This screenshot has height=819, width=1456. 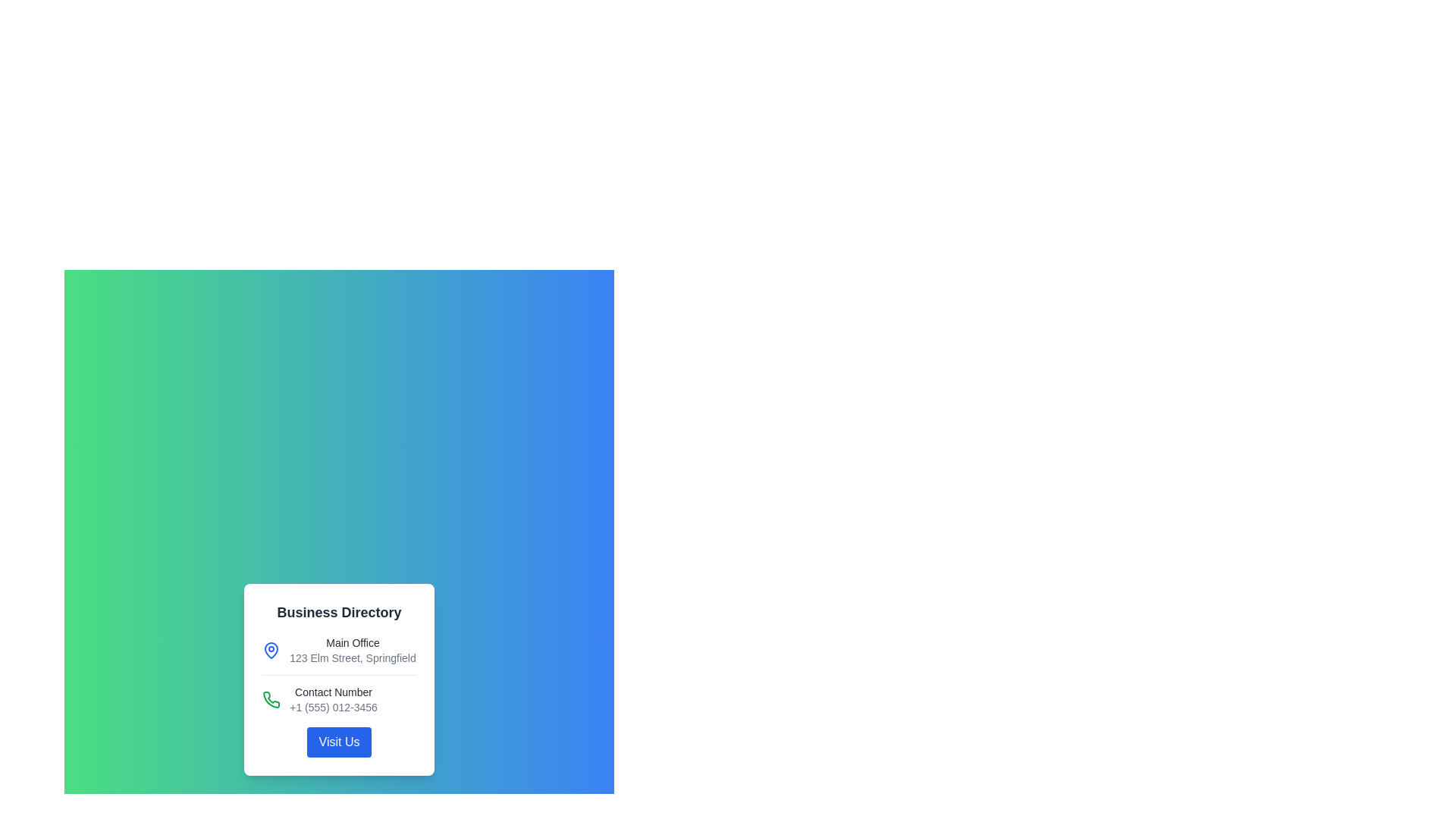 I want to click on the navigation button located at the center-bottom of the vertical card layout, so click(x=338, y=741).